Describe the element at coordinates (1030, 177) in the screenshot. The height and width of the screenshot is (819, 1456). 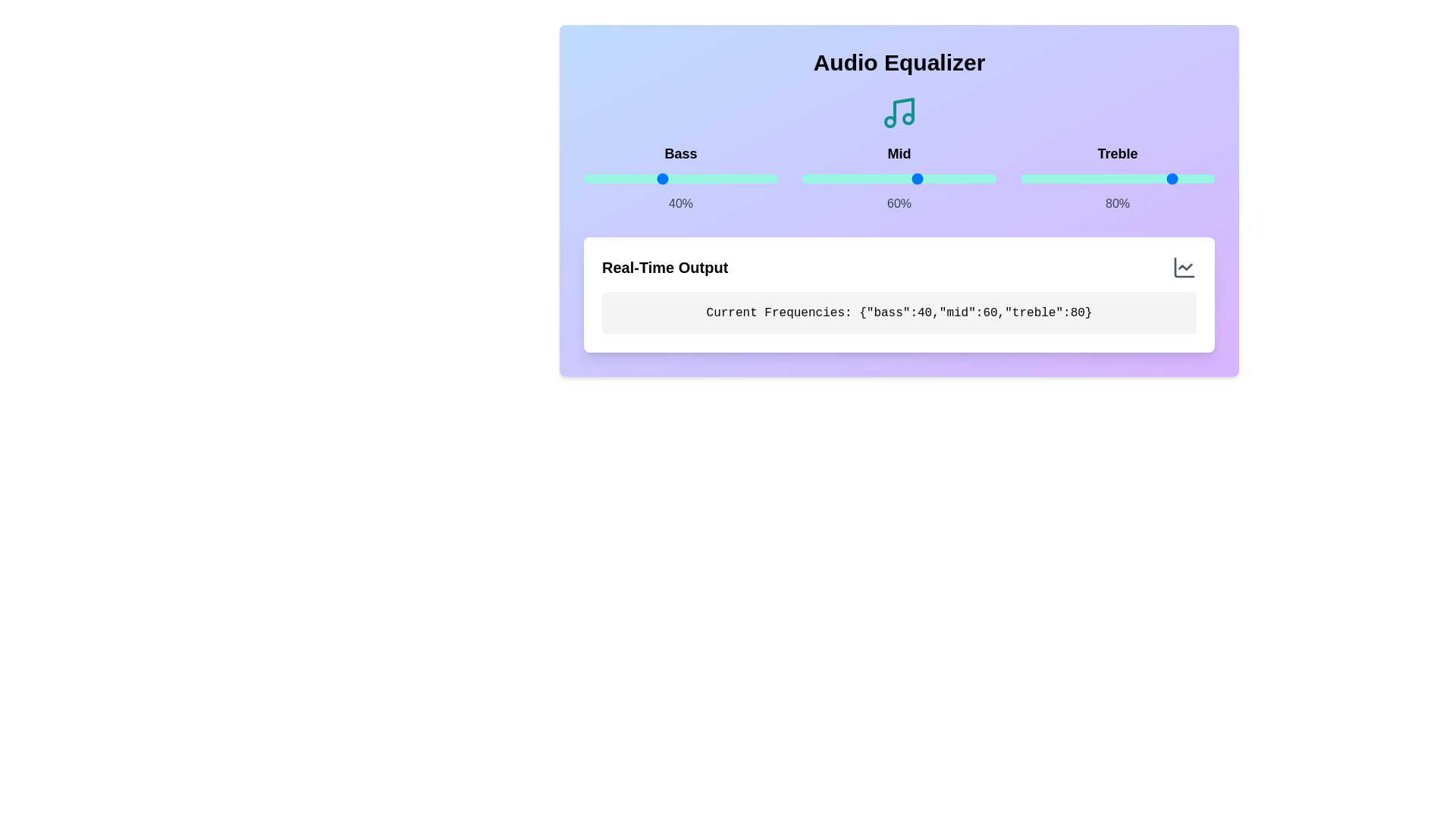
I see `the 'Treble' slider` at that location.